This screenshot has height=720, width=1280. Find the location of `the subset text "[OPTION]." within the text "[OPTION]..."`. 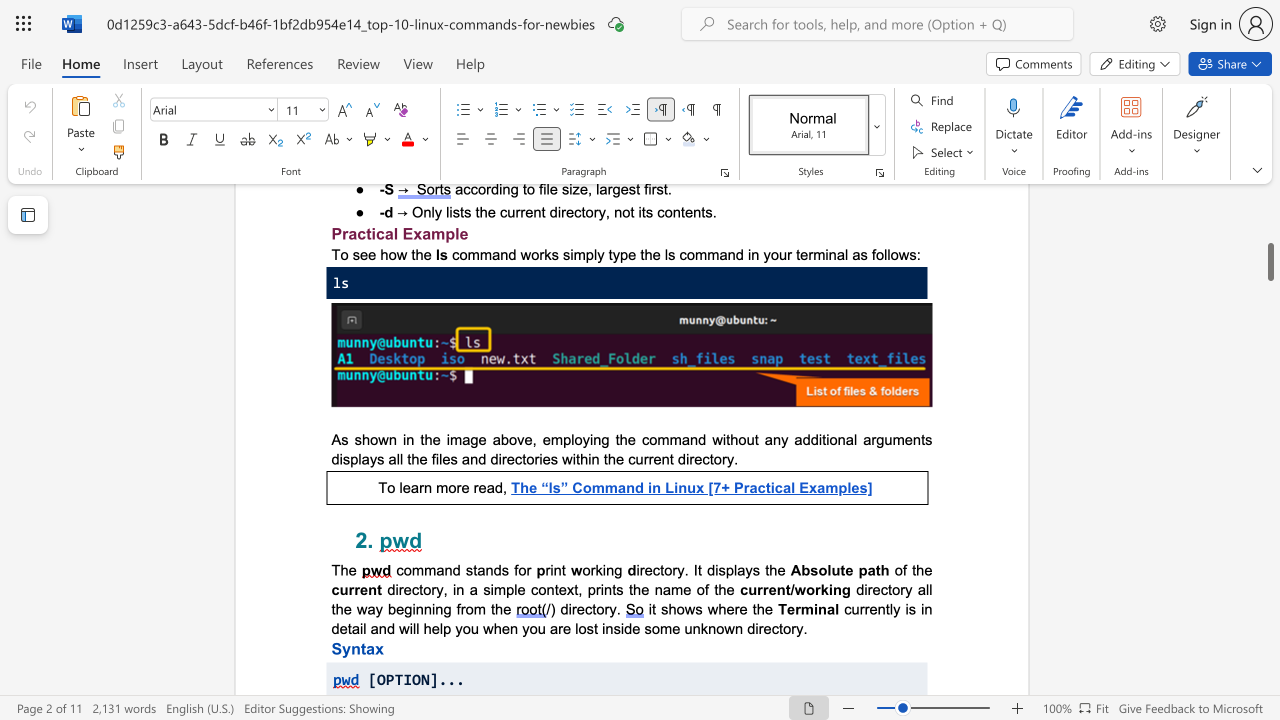

the subset text "[OPTION]." within the text "[OPTION]..." is located at coordinates (368, 678).